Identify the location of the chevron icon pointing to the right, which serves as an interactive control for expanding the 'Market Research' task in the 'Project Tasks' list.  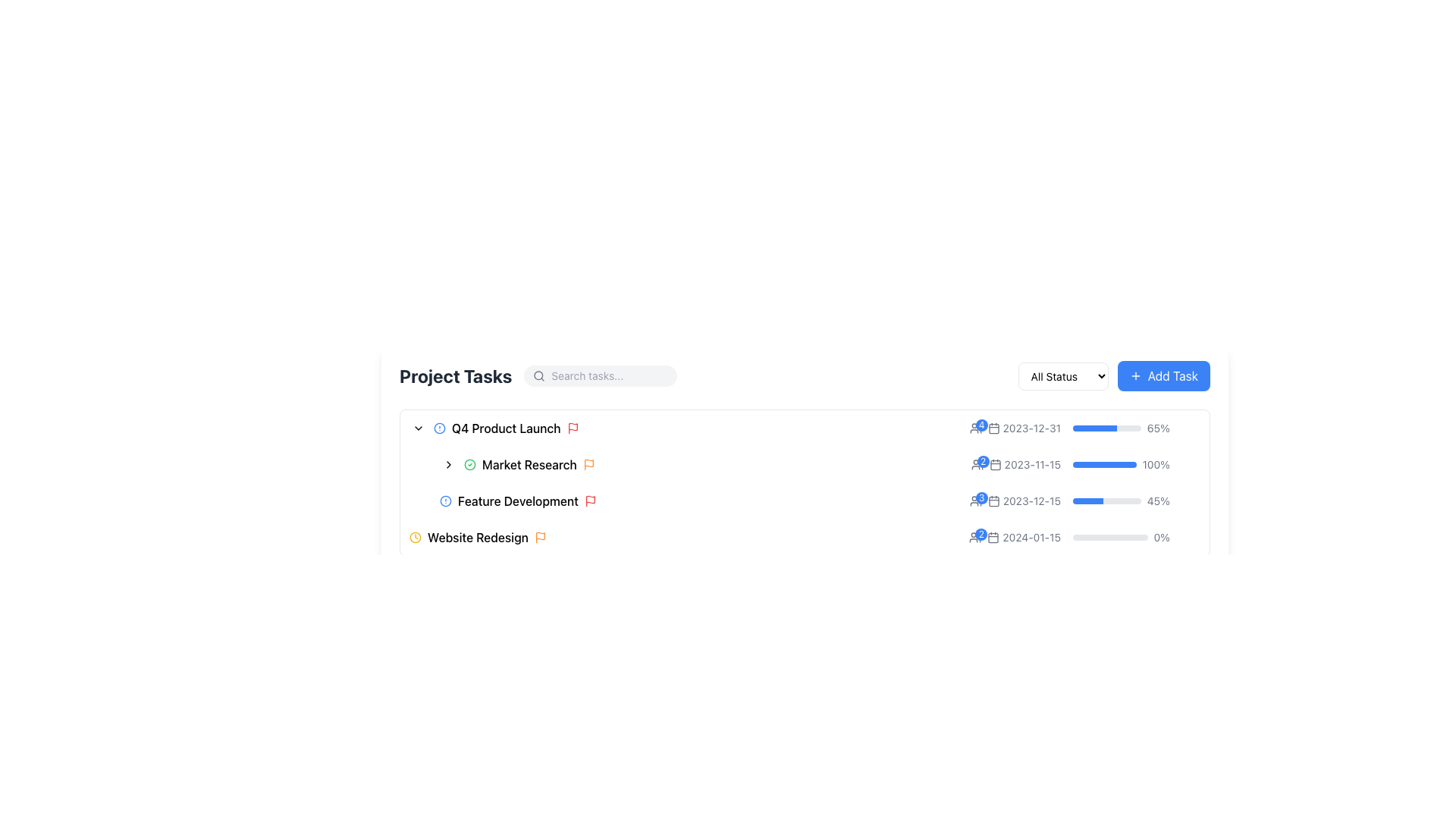
(447, 464).